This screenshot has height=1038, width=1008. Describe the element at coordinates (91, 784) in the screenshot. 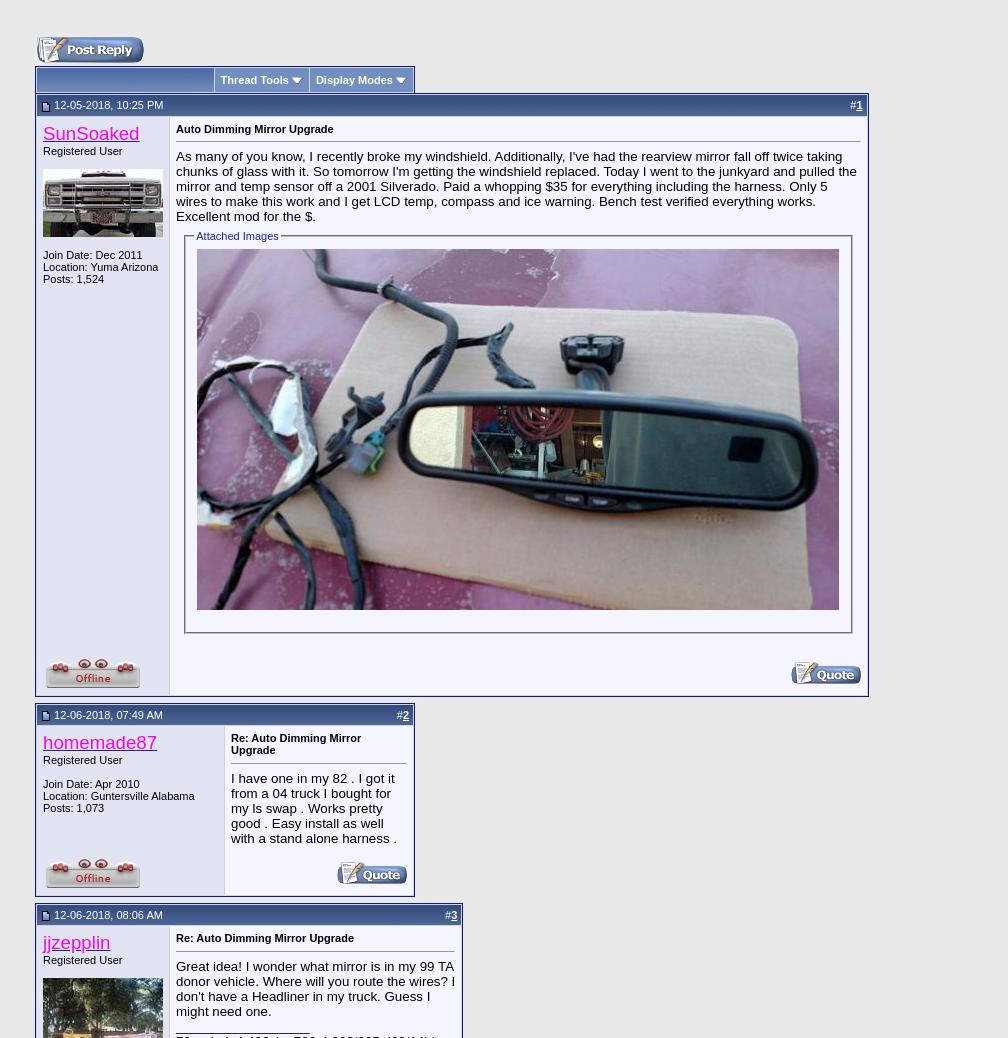

I see `'Join Date: Apr 2010'` at that location.